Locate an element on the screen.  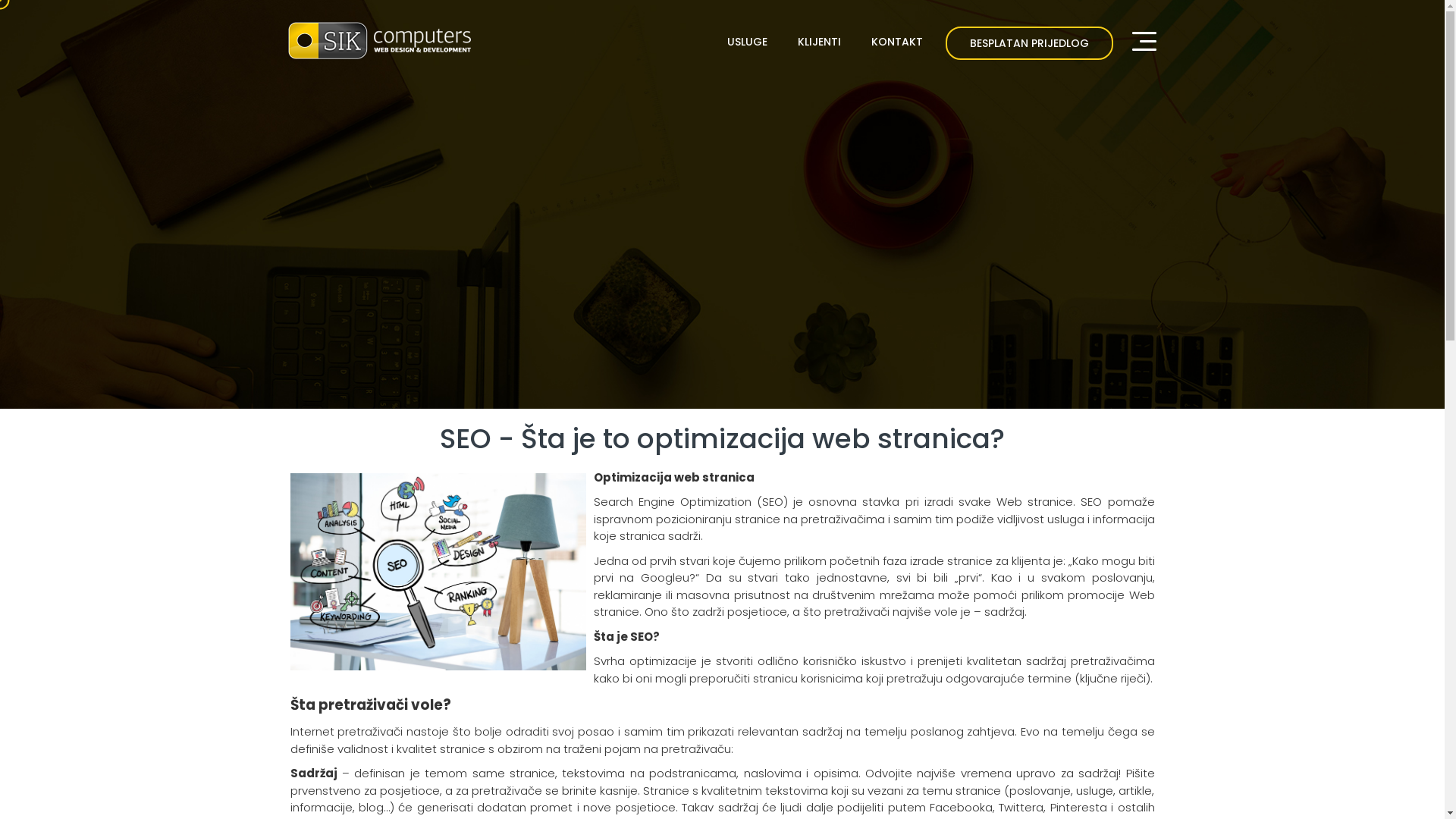
'KLIJENTI' is located at coordinates (789, 40).